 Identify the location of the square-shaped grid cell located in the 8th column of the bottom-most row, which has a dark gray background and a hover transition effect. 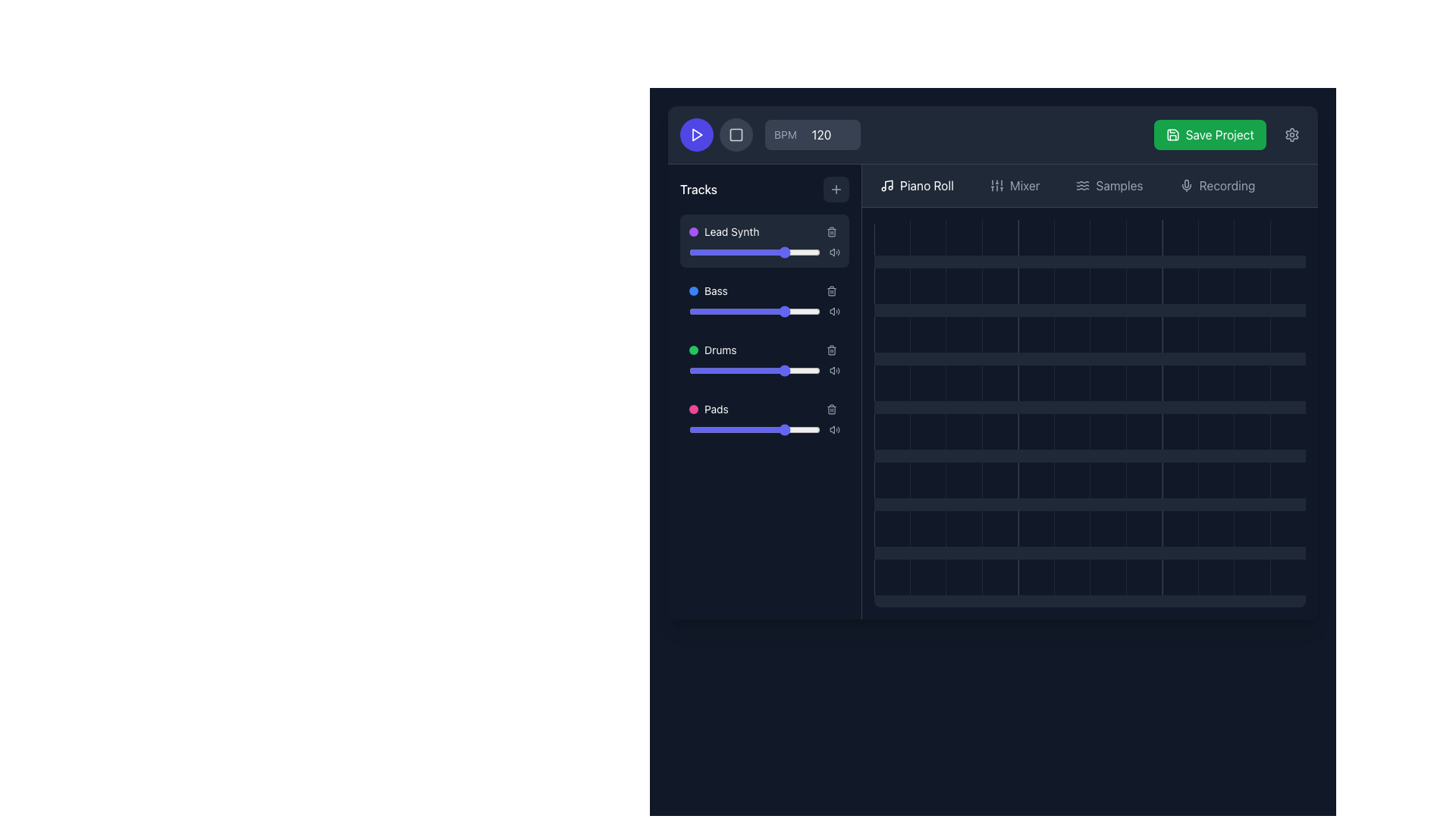
(1144, 528).